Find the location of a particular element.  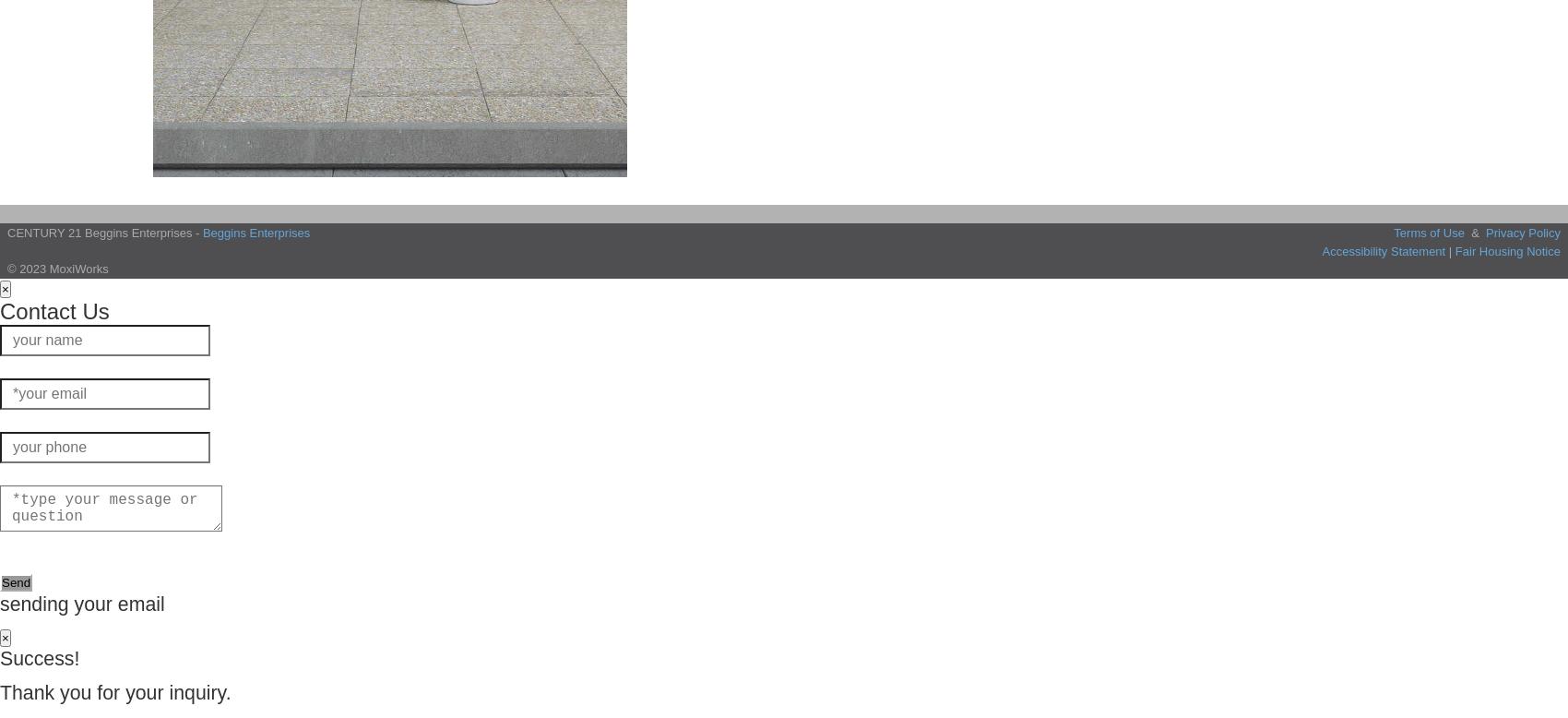

'Accessibility Statement' is located at coordinates (1320, 250).